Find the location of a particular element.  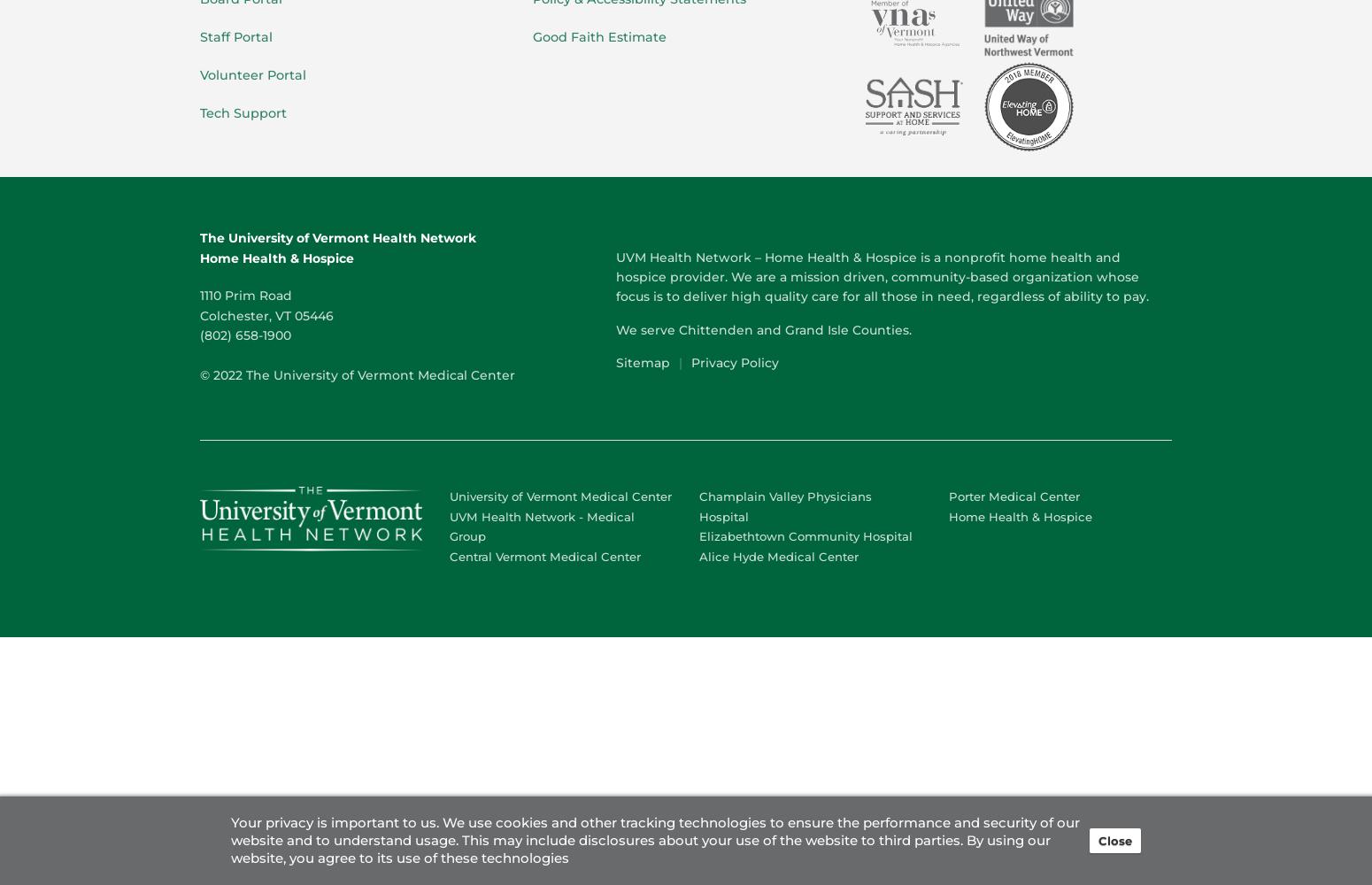

'© 2022 The University of Vermont Medical Center' is located at coordinates (357, 374).